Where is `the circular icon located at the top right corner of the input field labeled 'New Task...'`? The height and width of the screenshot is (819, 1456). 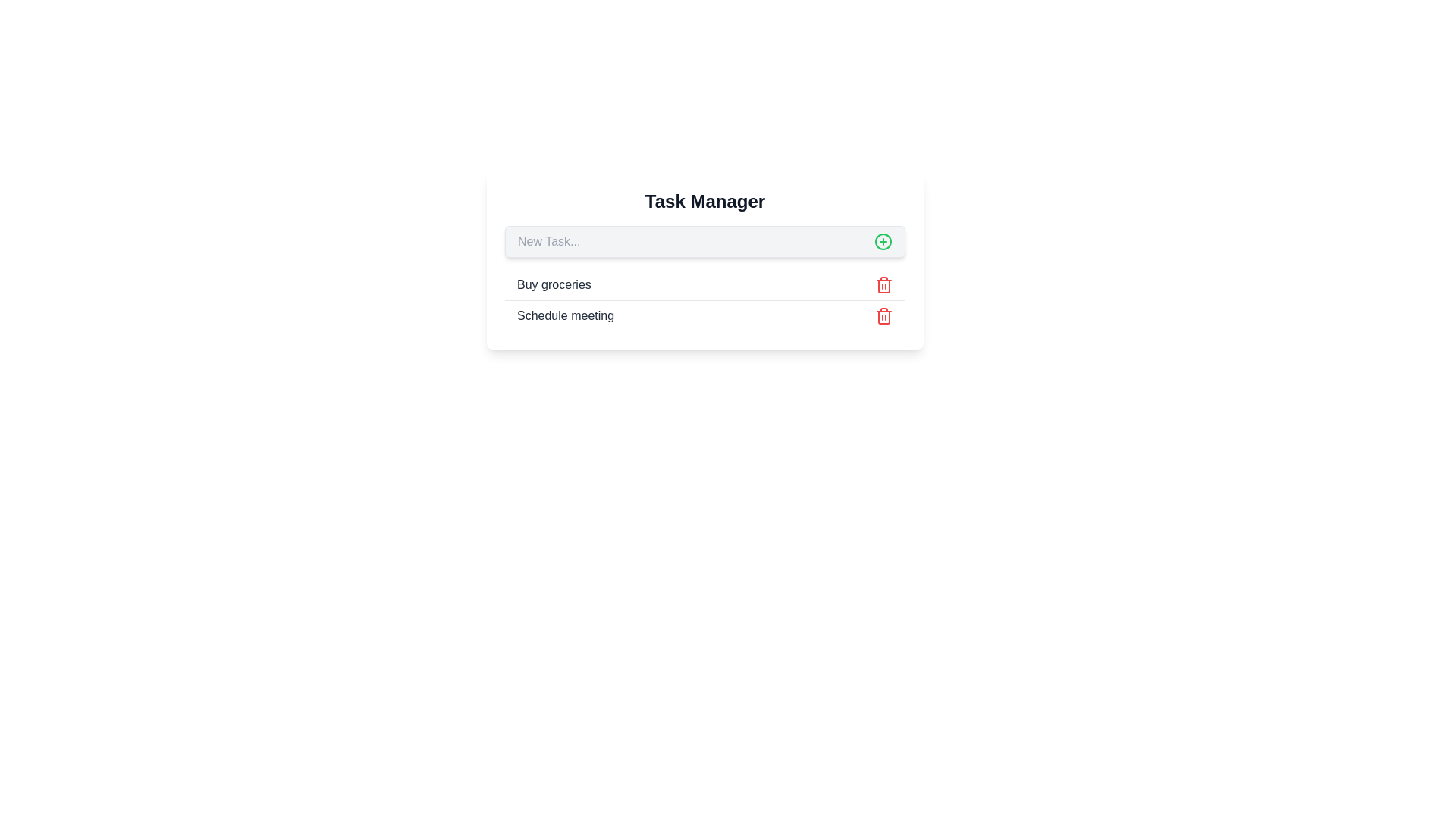 the circular icon located at the top right corner of the input field labeled 'New Task...' is located at coordinates (883, 241).